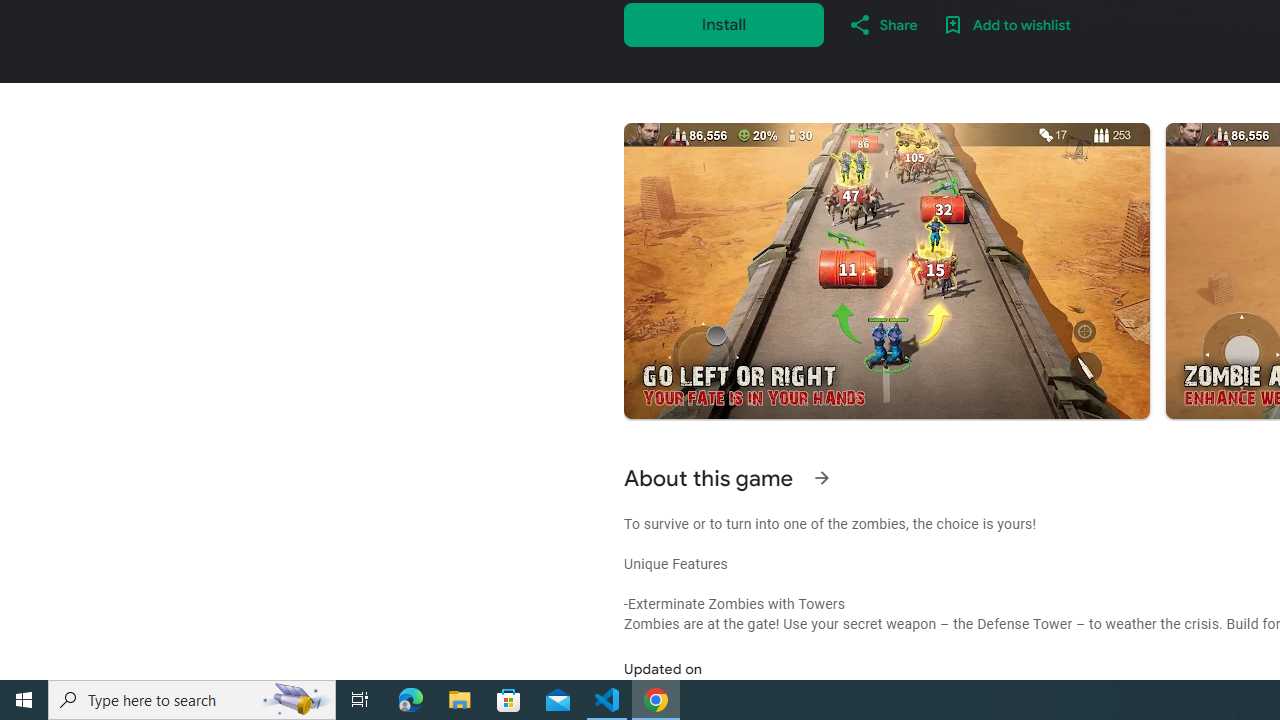 This screenshot has width=1280, height=720. Describe the element at coordinates (1006, 24) in the screenshot. I see `'Add to wishlist'` at that location.